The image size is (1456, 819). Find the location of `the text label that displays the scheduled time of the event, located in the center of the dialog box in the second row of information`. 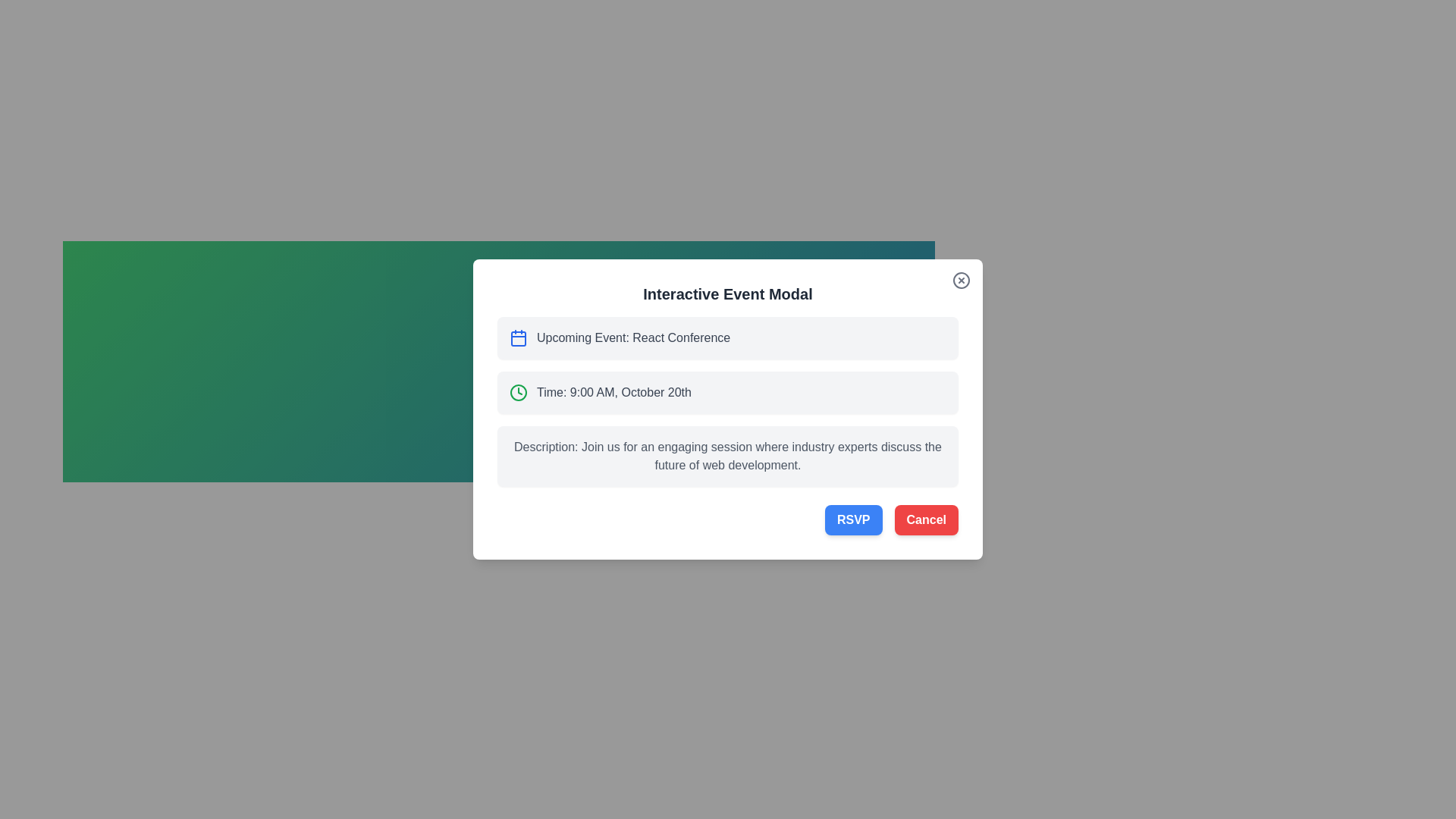

the text label that displays the scheduled time of the event, located in the center of the dialog box in the second row of information is located at coordinates (614, 391).